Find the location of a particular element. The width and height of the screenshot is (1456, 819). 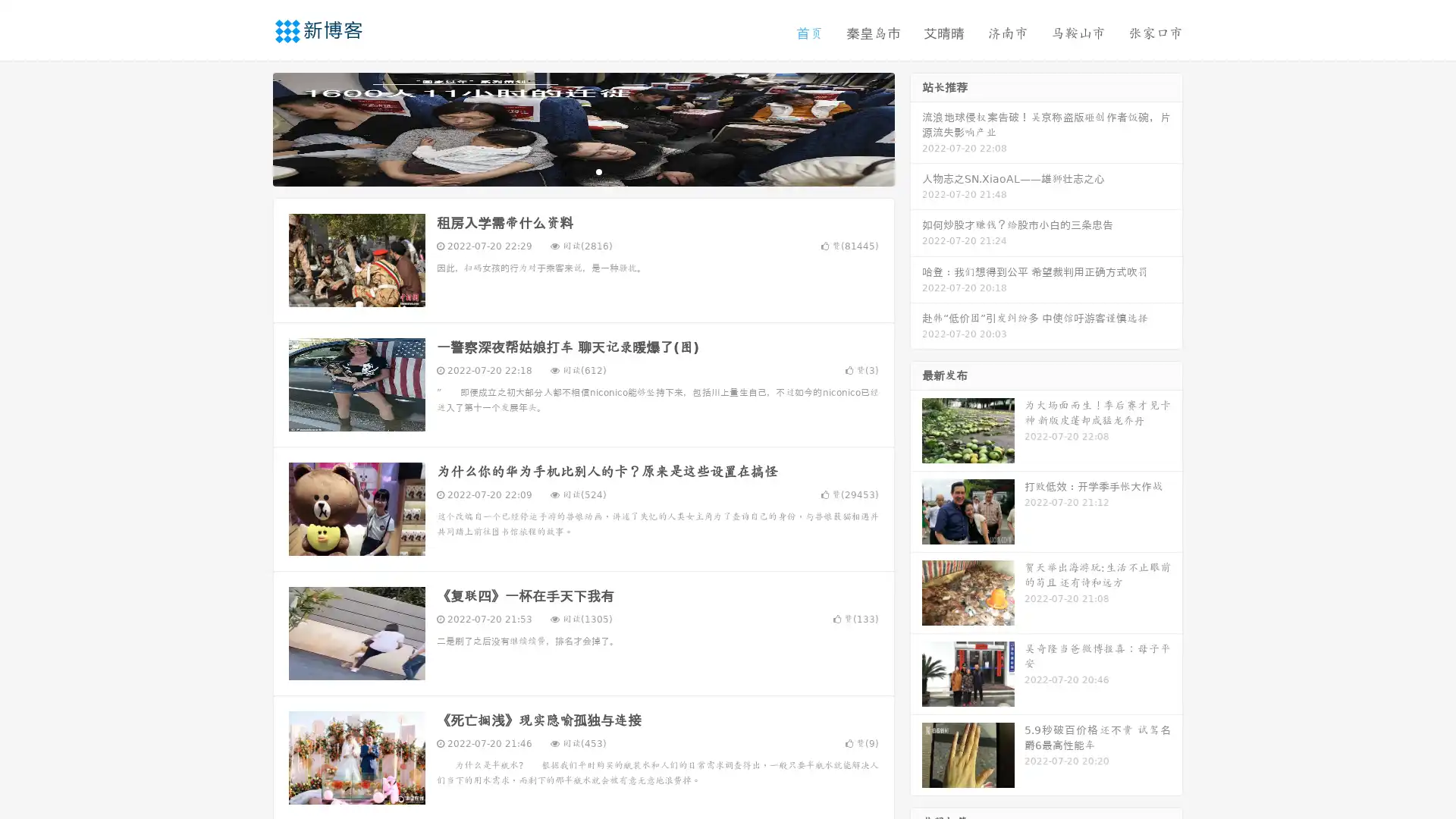

Go to slide 3 is located at coordinates (598, 171).